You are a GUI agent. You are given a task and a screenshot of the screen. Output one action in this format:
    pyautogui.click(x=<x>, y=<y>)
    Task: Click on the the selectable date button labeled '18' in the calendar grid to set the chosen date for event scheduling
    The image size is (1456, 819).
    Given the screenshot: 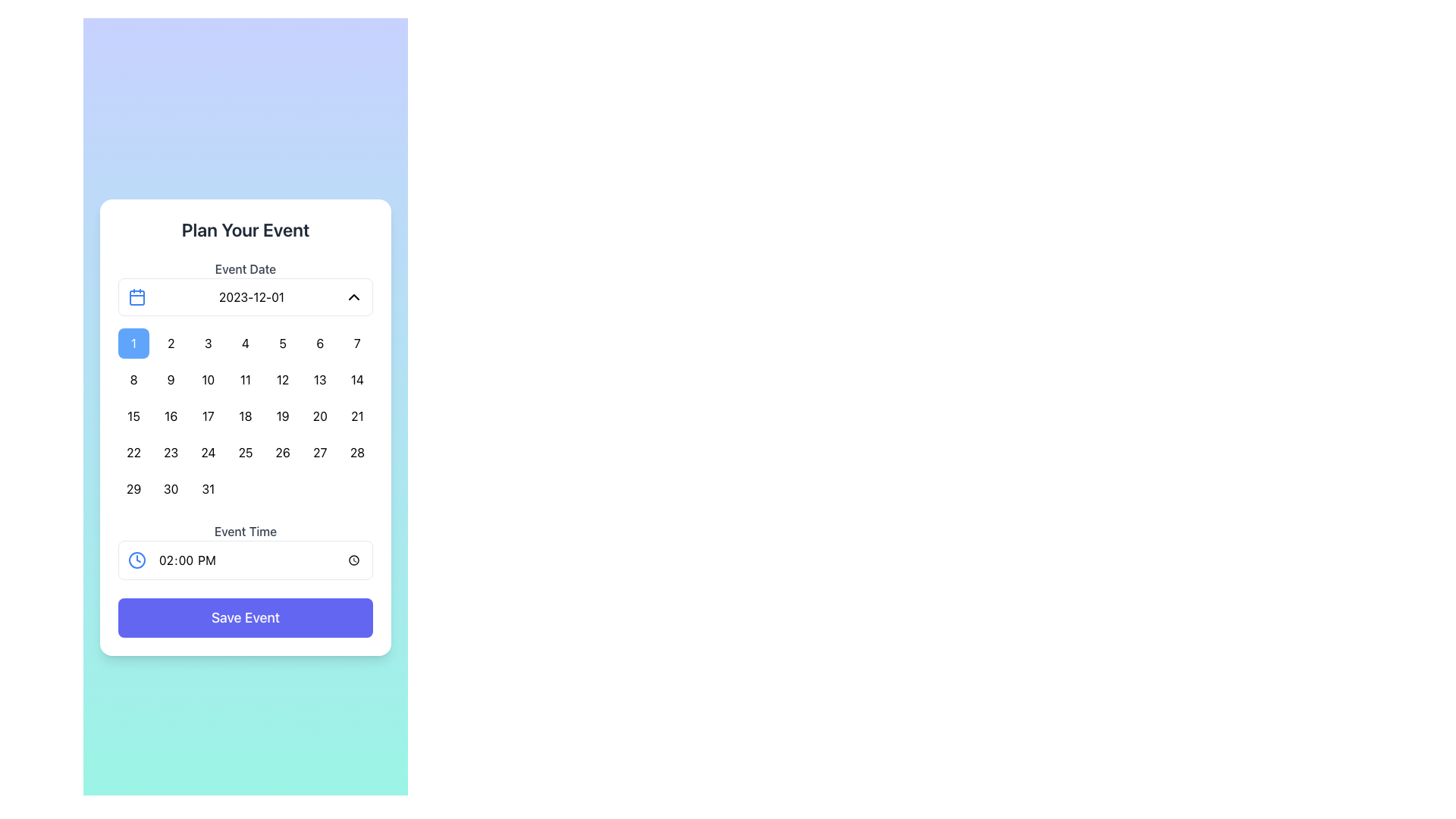 What is the action you would take?
    pyautogui.click(x=245, y=416)
    